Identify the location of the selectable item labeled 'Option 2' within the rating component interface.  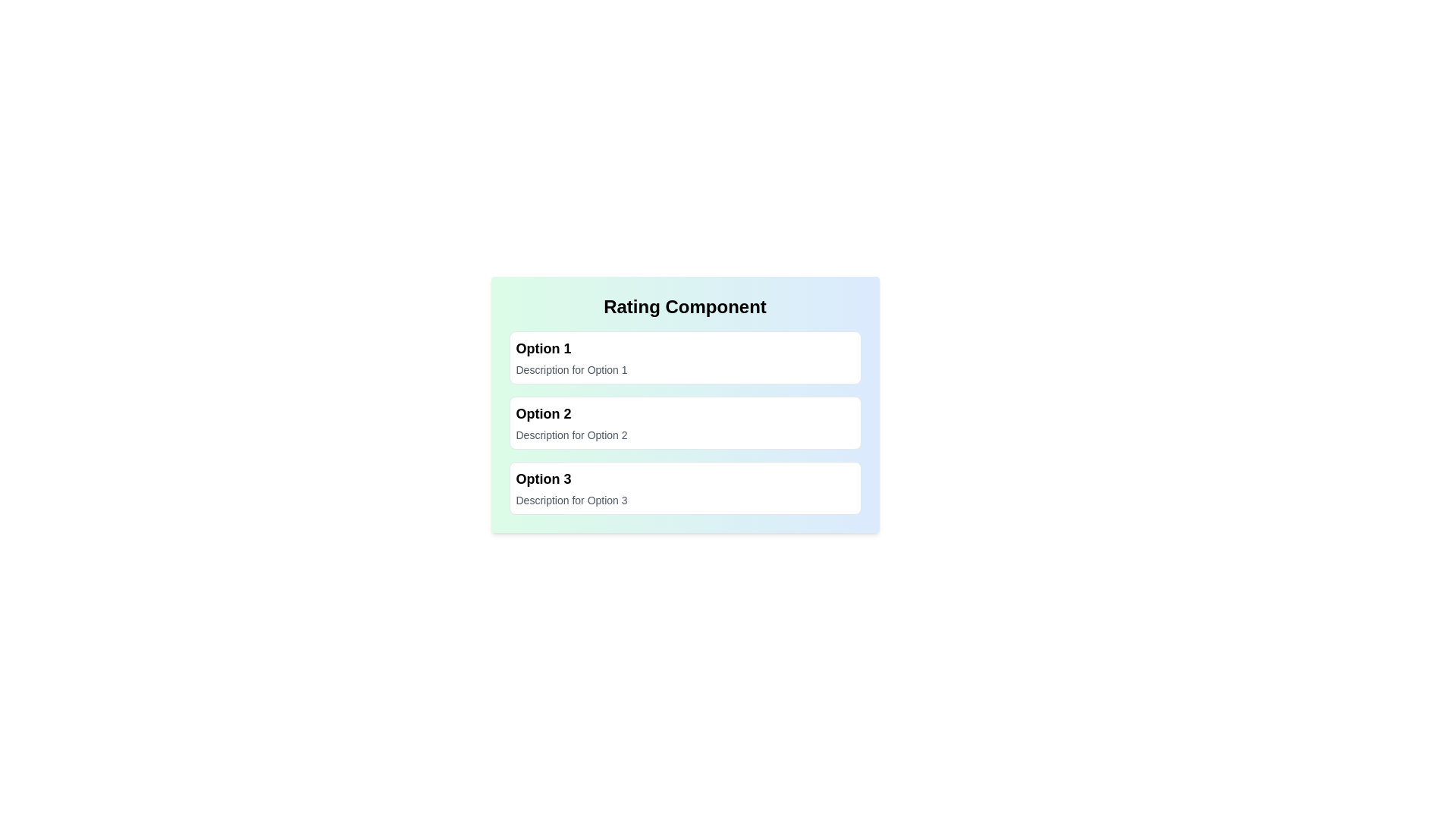
(684, 403).